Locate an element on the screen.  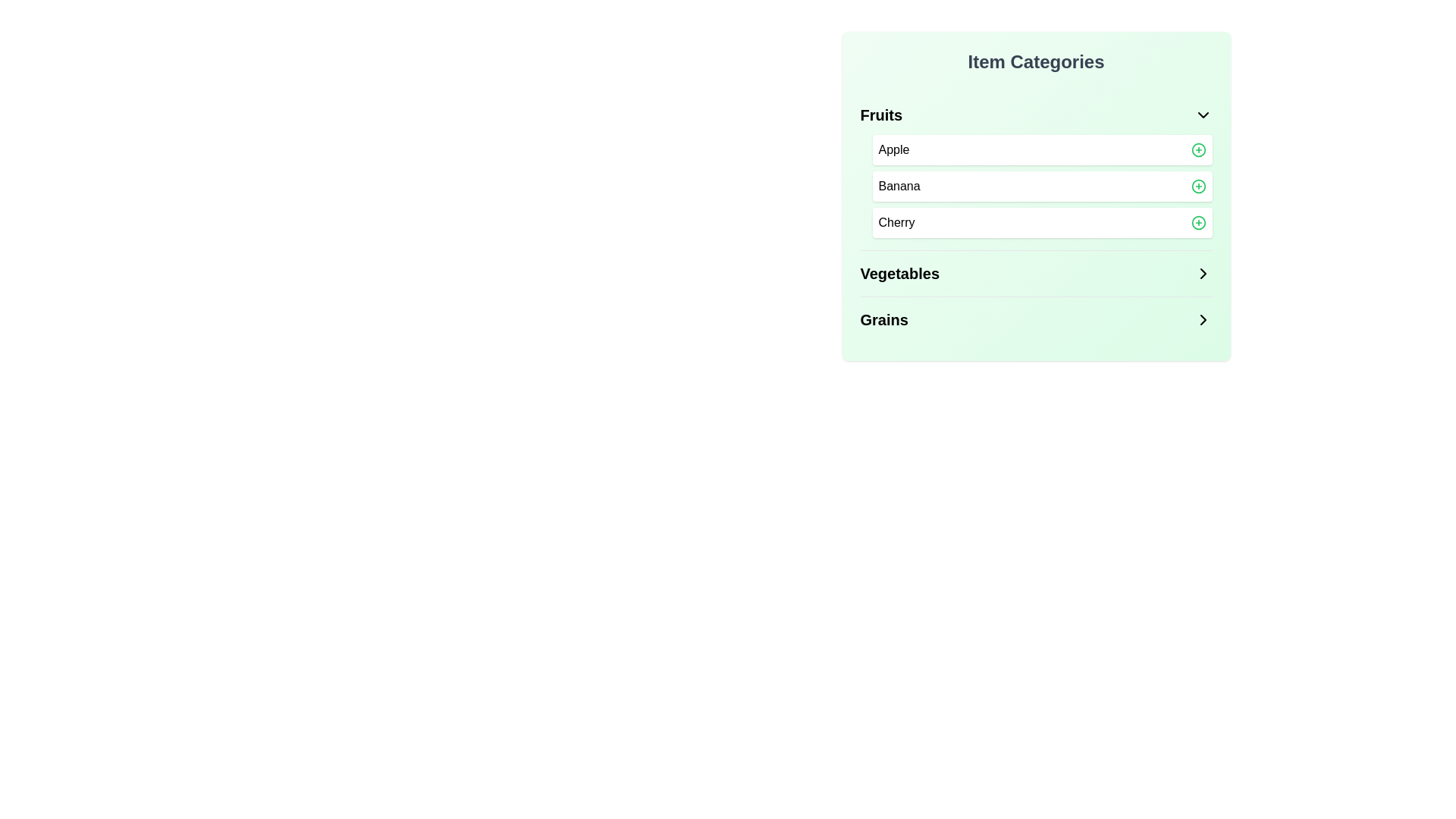
the 'add' icon next to the item Banana is located at coordinates (1197, 186).